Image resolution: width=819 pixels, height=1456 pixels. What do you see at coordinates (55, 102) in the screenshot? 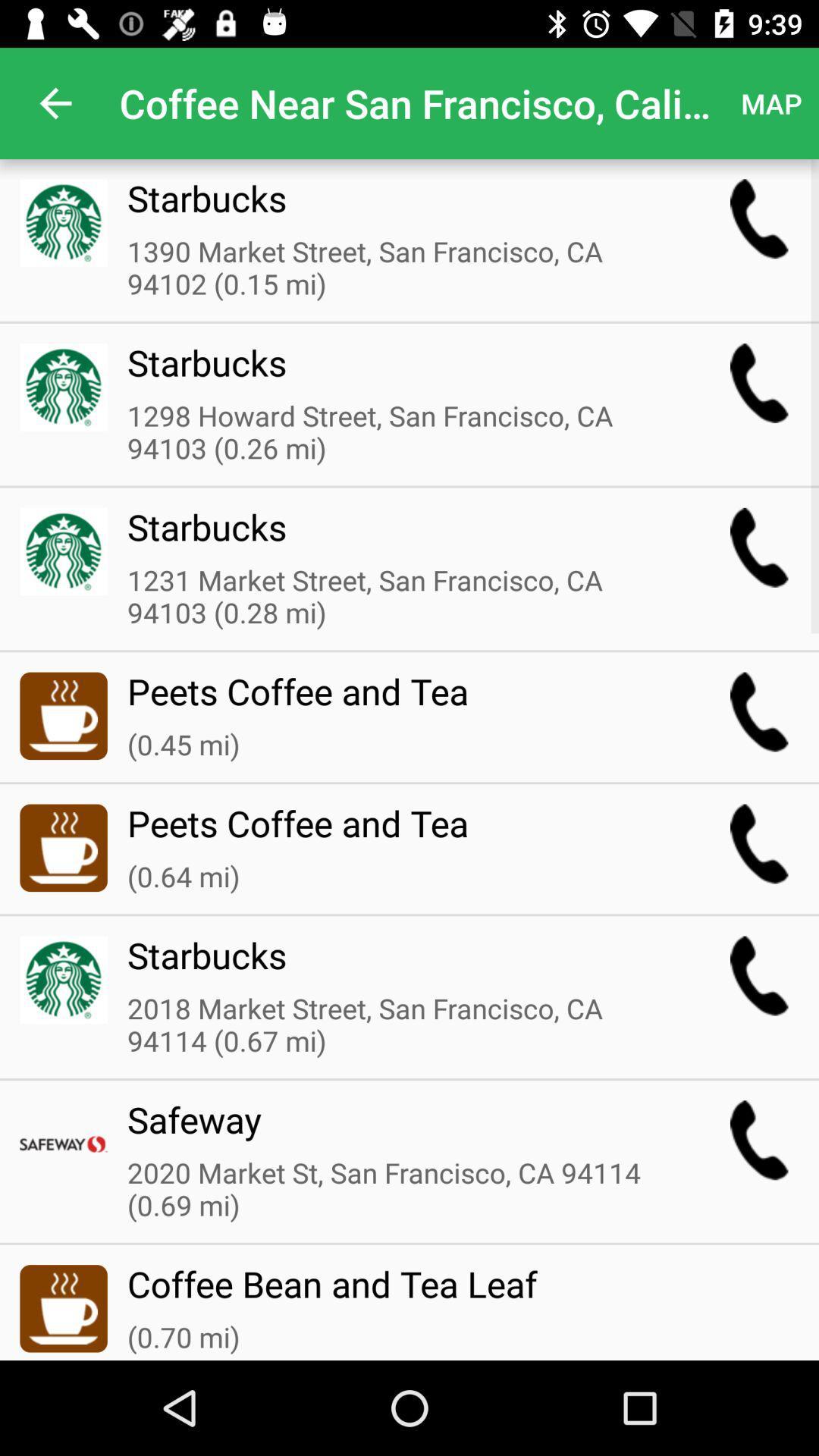
I see `the app next to the coffee near san` at bounding box center [55, 102].